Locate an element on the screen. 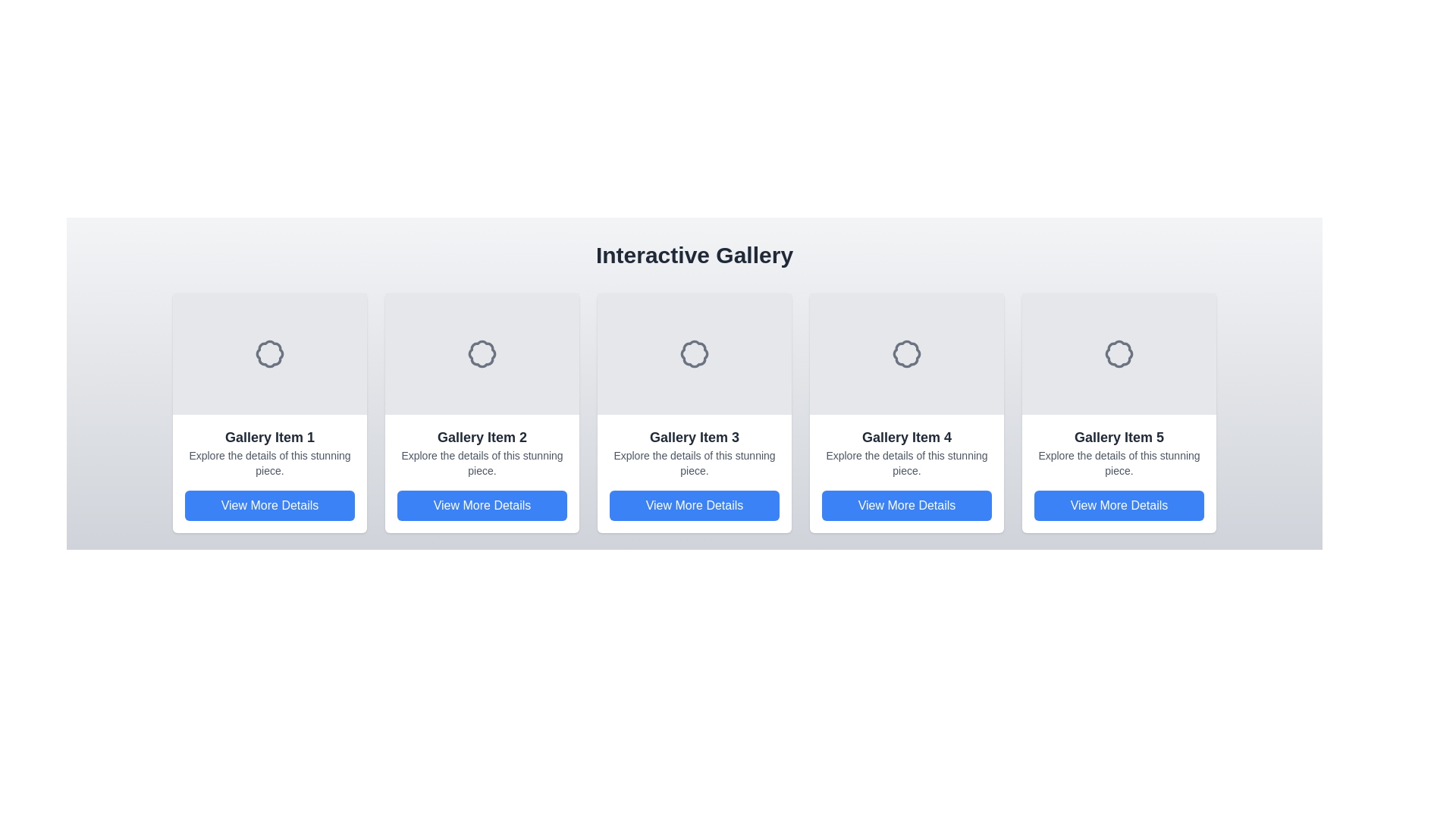 Image resolution: width=1456 pixels, height=819 pixels. the 'View More Details' button on the gallery item display for 'Gallery Item 2', which is located near the center of the layout is located at coordinates (481, 472).